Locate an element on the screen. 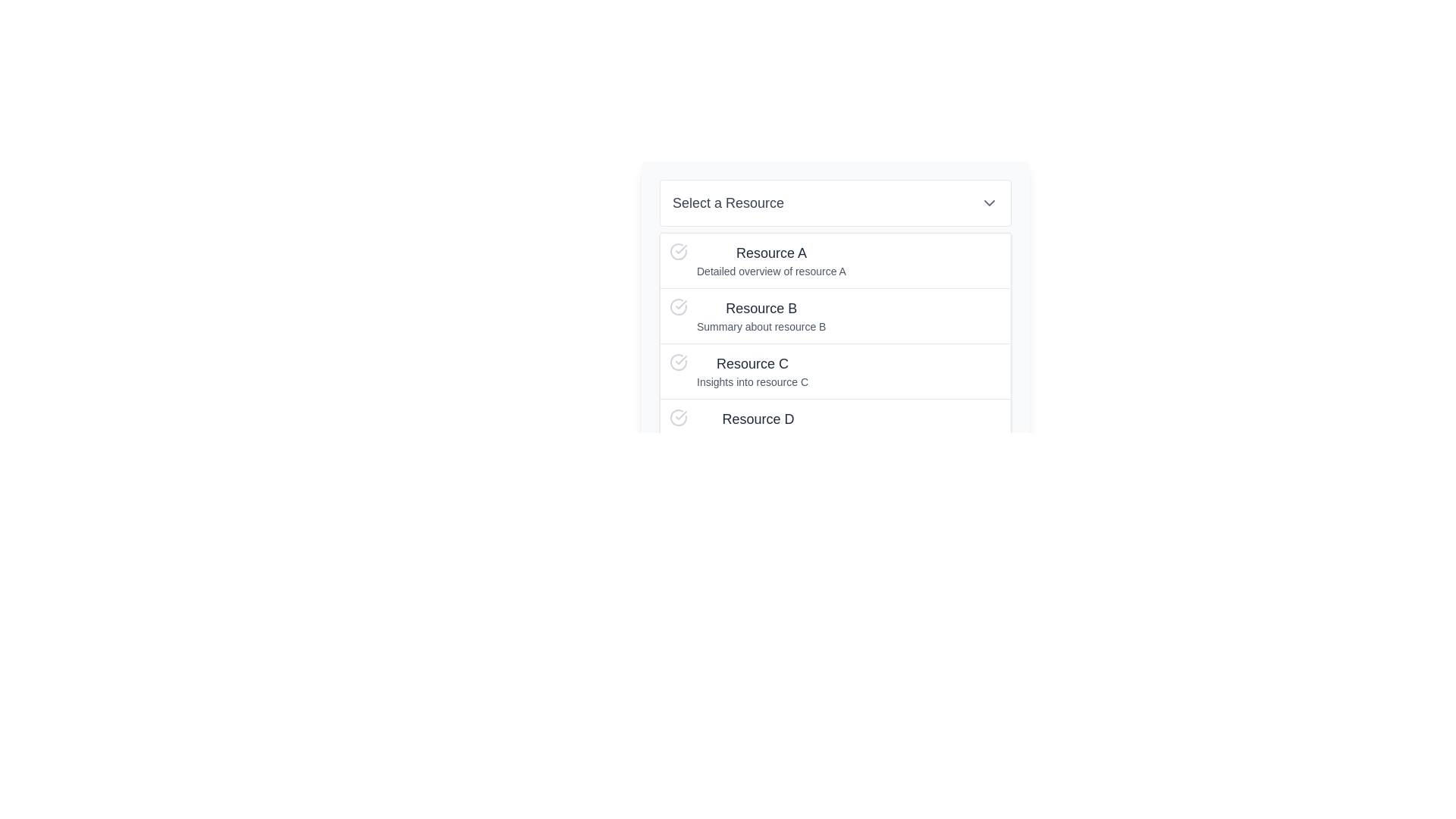  the selection status icon for 'Resource B' is located at coordinates (677, 307).